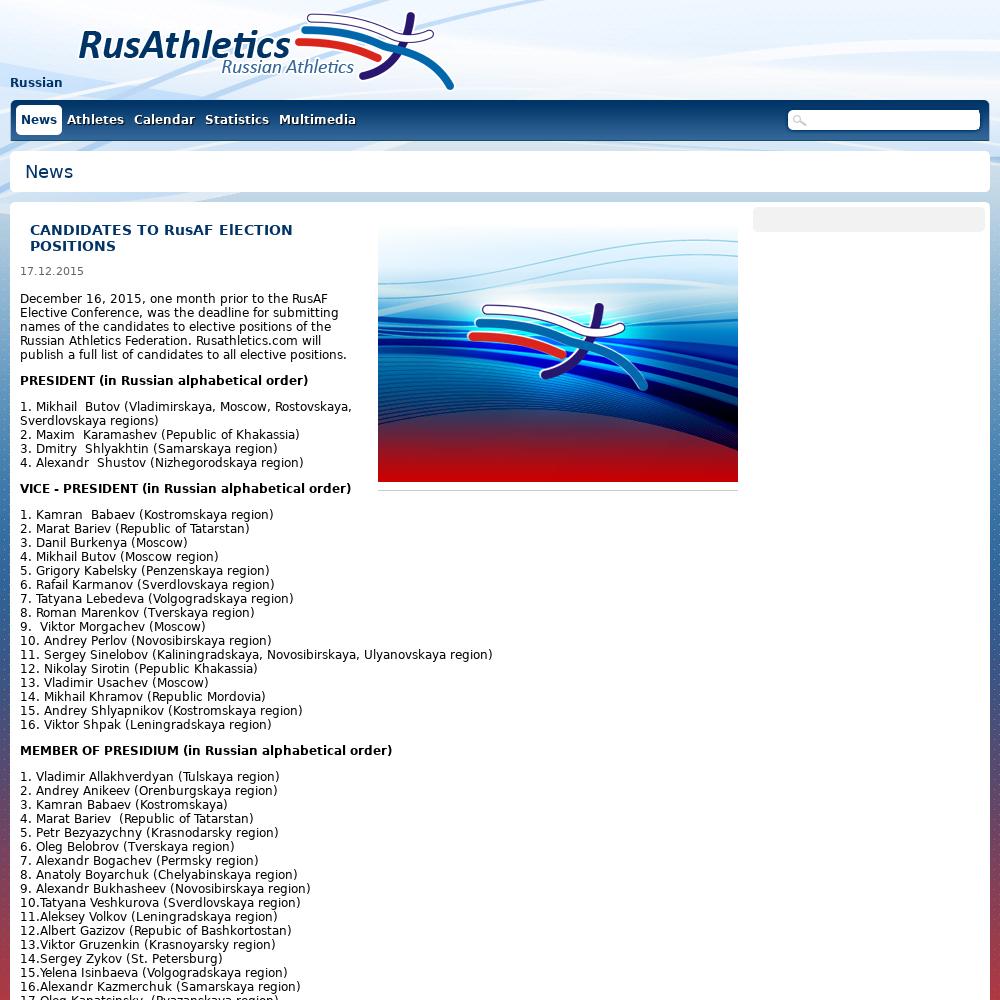 The image size is (1000, 1000). Describe the element at coordinates (159, 875) in the screenshot. I see `'8. Anatoly Boyarchuk (Chelyabinskaya region)'` at that location.